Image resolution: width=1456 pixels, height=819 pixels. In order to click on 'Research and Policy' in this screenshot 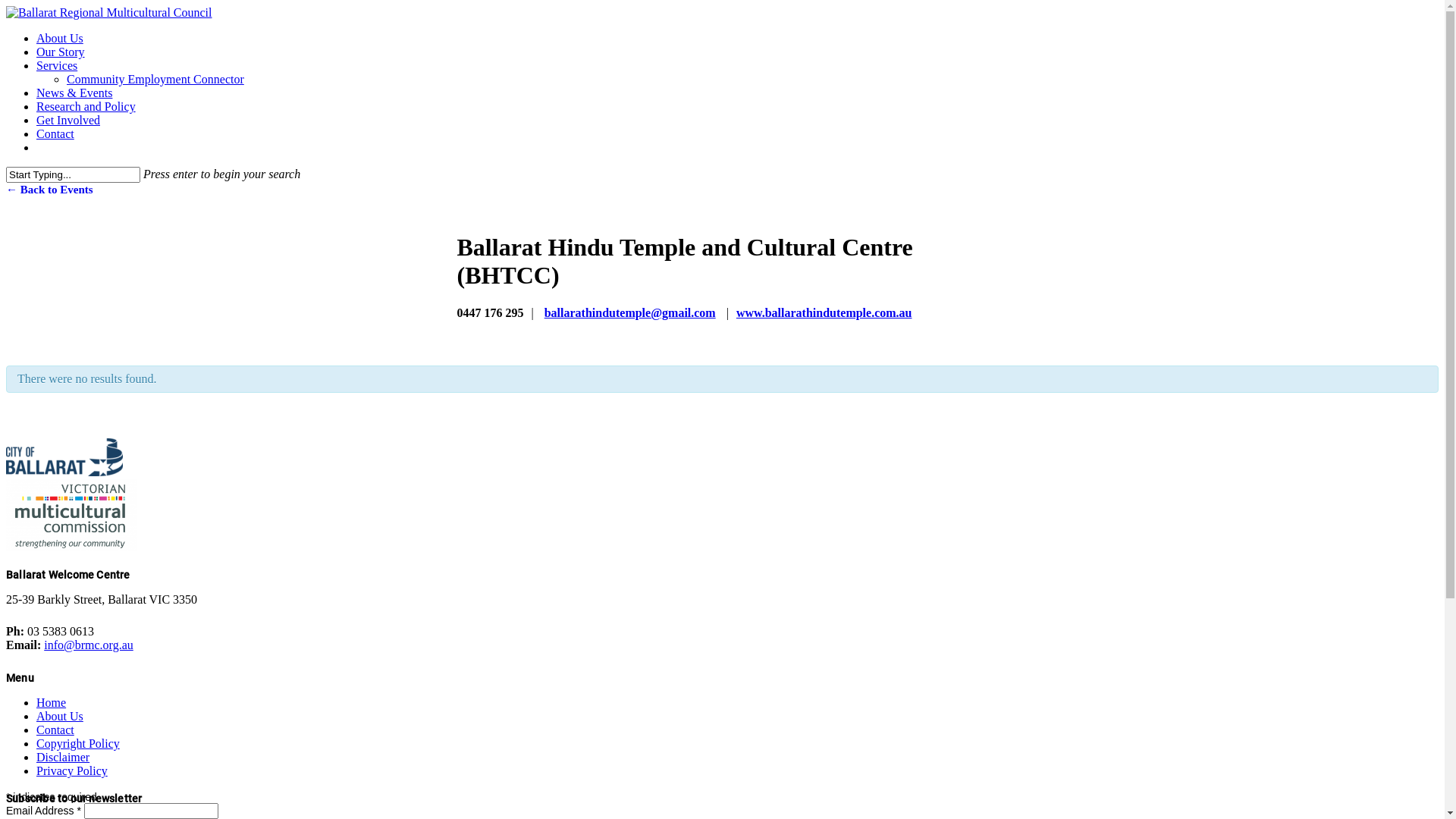, I will do `click(85, 105)`.